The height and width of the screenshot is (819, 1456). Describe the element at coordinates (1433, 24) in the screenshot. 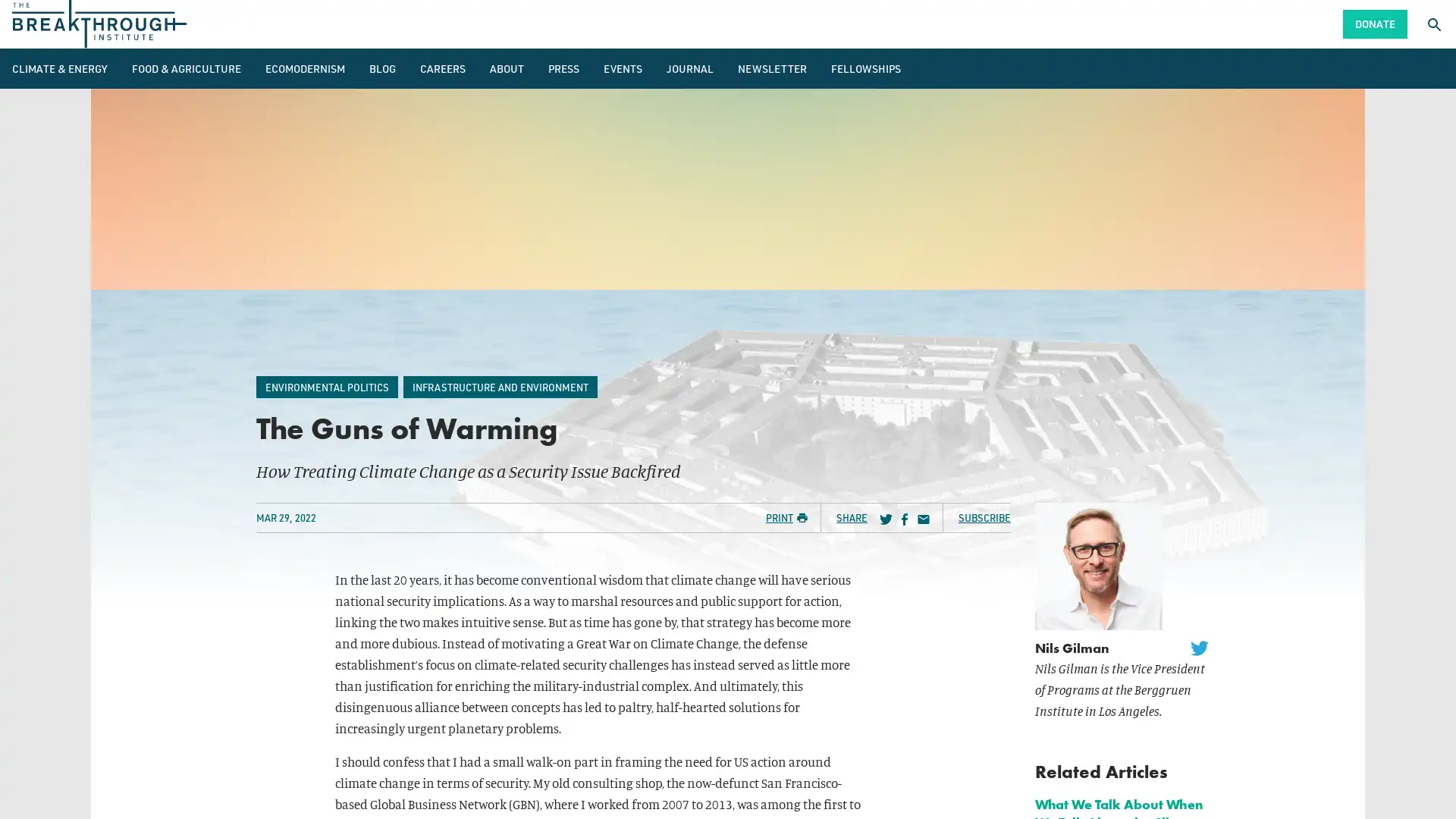

I see `Open search tray` at that location.